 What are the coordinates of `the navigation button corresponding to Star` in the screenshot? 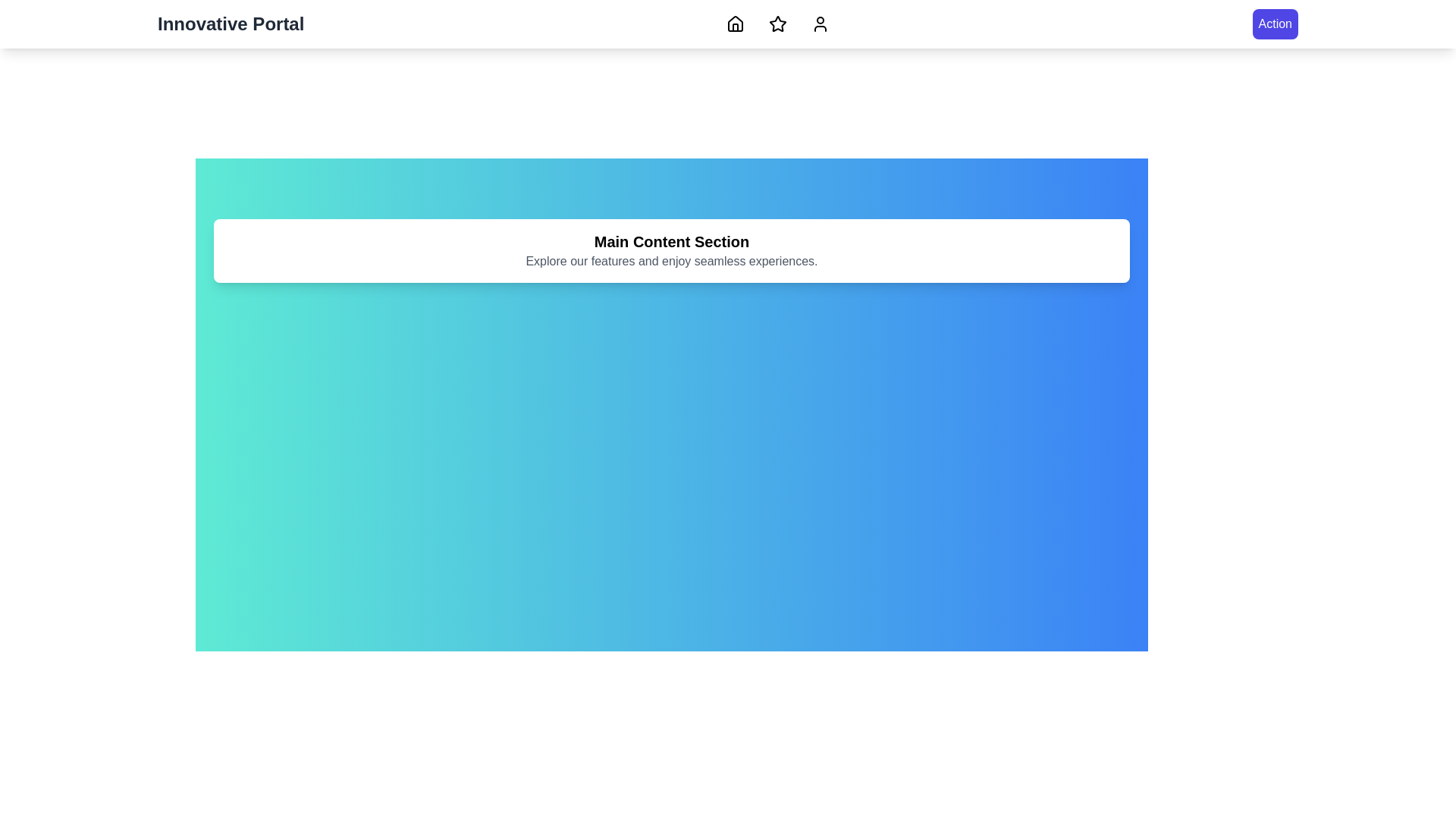 It's located at (778, 24).